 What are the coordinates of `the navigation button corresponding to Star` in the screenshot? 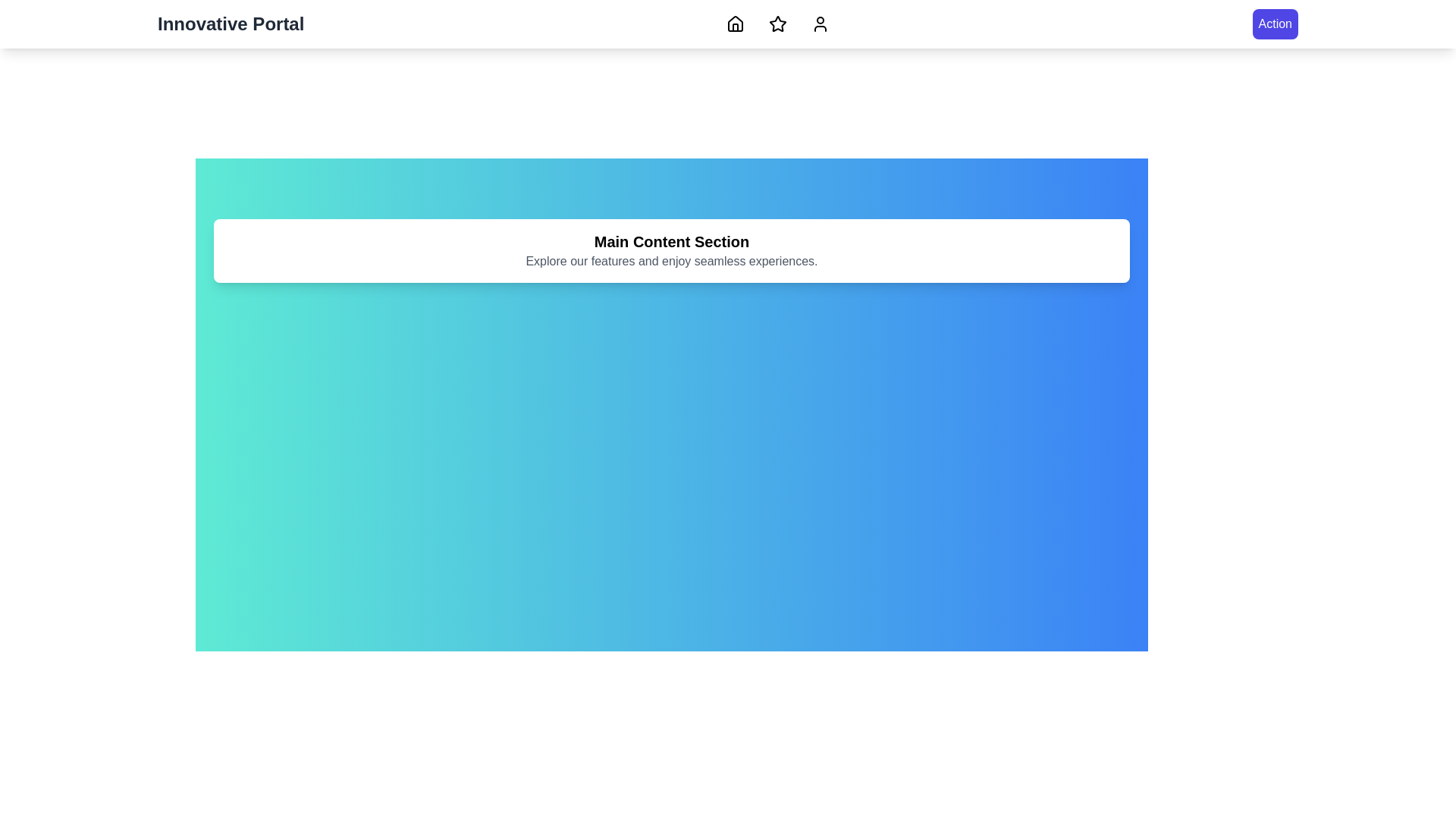 It's located at (778, 24).